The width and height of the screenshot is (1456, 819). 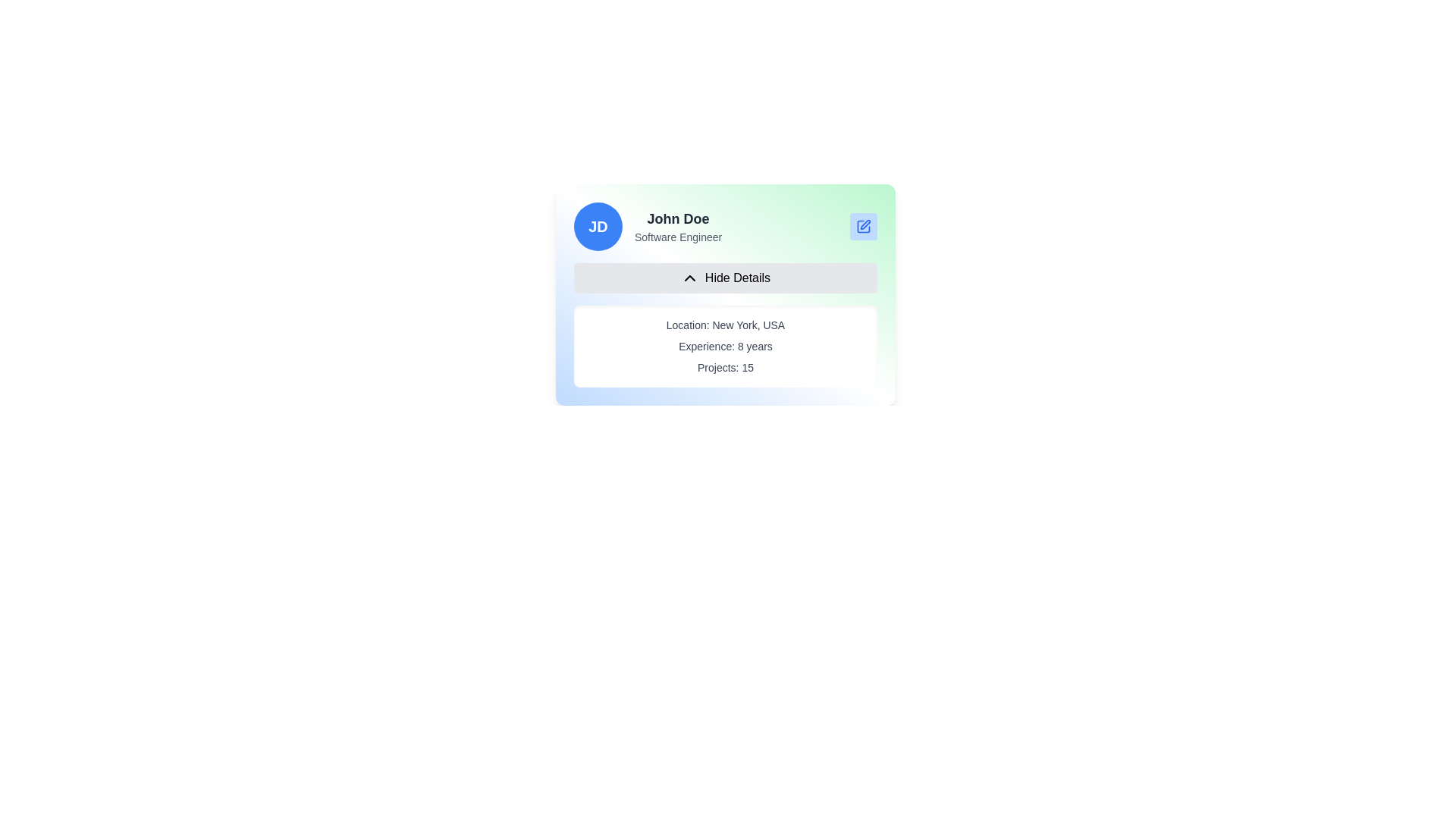 What do you see at coordinates (724, 346) in the screenshot?
I see `the static text element that displays the years of experience, located below 'Location: New York, USA' and above 'Projects: 15' in the user information card` at bounding box center [724, 346].